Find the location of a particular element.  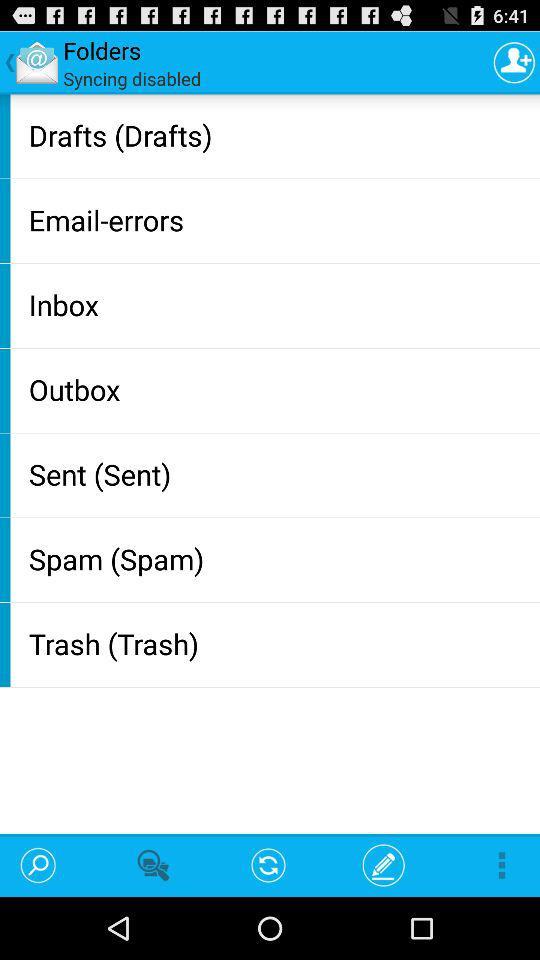

contacts is located at coordinates (514, 62).